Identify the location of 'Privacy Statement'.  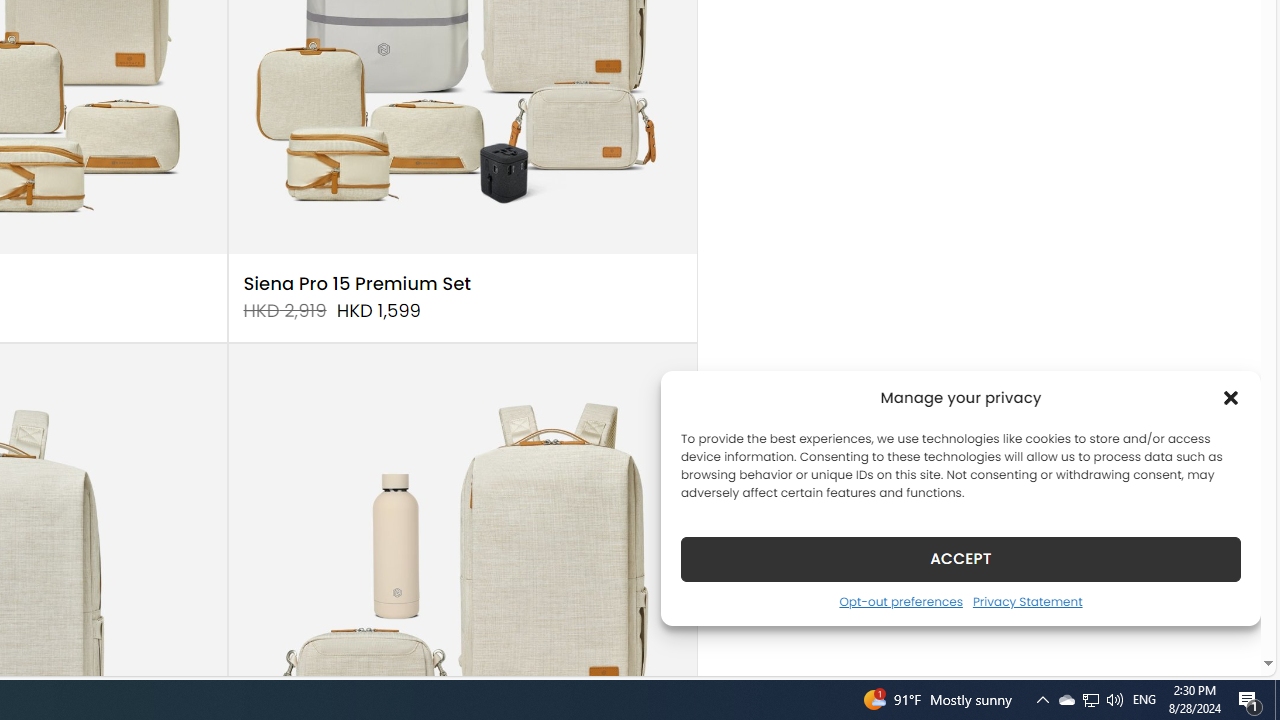
(1027, 600).